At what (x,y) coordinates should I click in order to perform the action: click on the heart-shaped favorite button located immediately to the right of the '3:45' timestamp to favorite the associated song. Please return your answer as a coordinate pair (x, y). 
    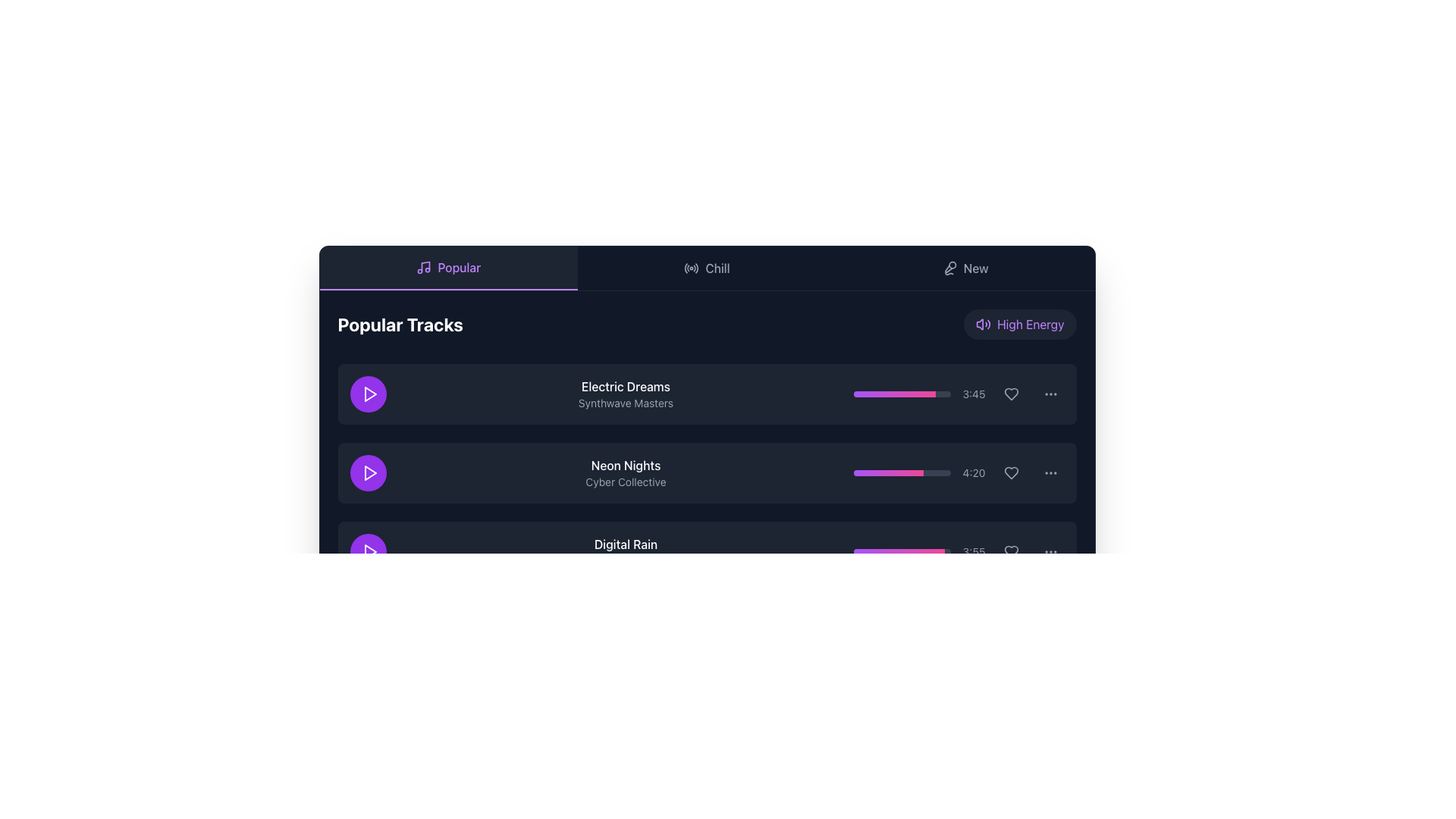
    Looking at the image, I should click on (1011, 394).